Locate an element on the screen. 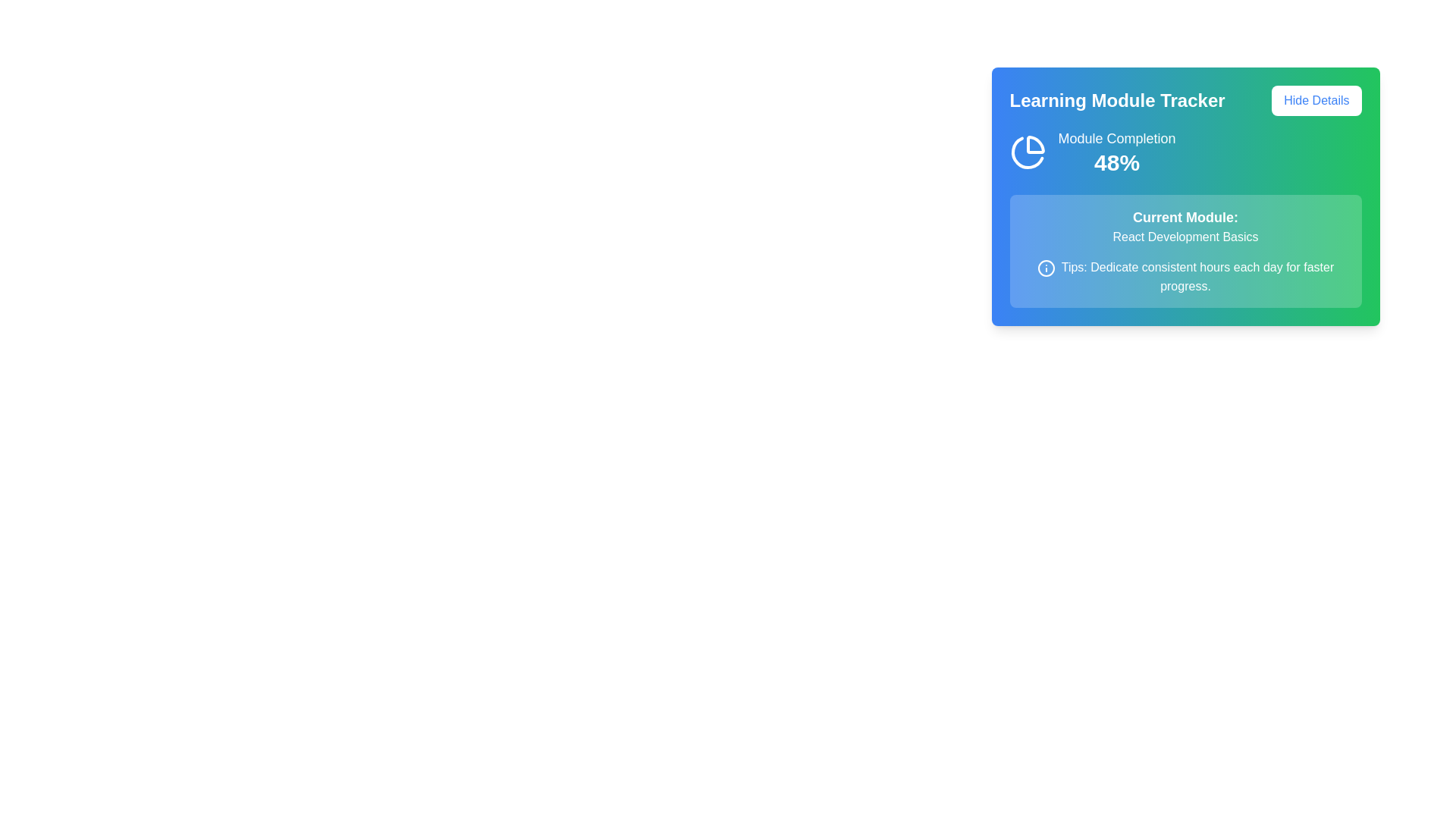 Image resolution: width=1456 pixels, height=819 pixels. the informational label that serves as a title for the progress indicator in the Learning Module Tracker card, located at the top-left section, adjacent to a graphical icon and above the progress percentage text ('48%') is located at coordinates (1117, 138).